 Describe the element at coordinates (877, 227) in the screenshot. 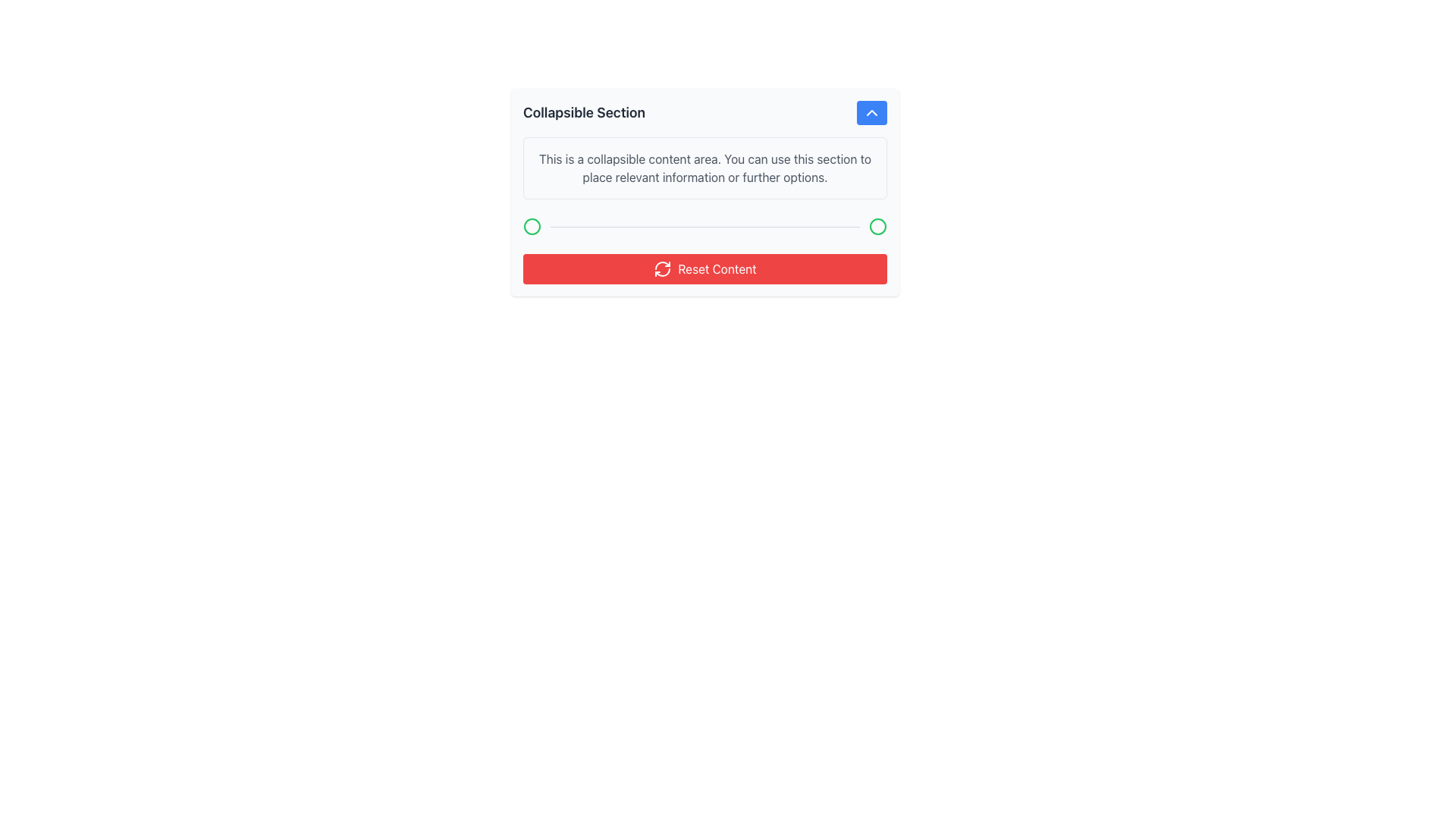

I see `the SVG Circle Element, which serves as a status indicator located to the left of the input text area within a collapsible section` at that location.